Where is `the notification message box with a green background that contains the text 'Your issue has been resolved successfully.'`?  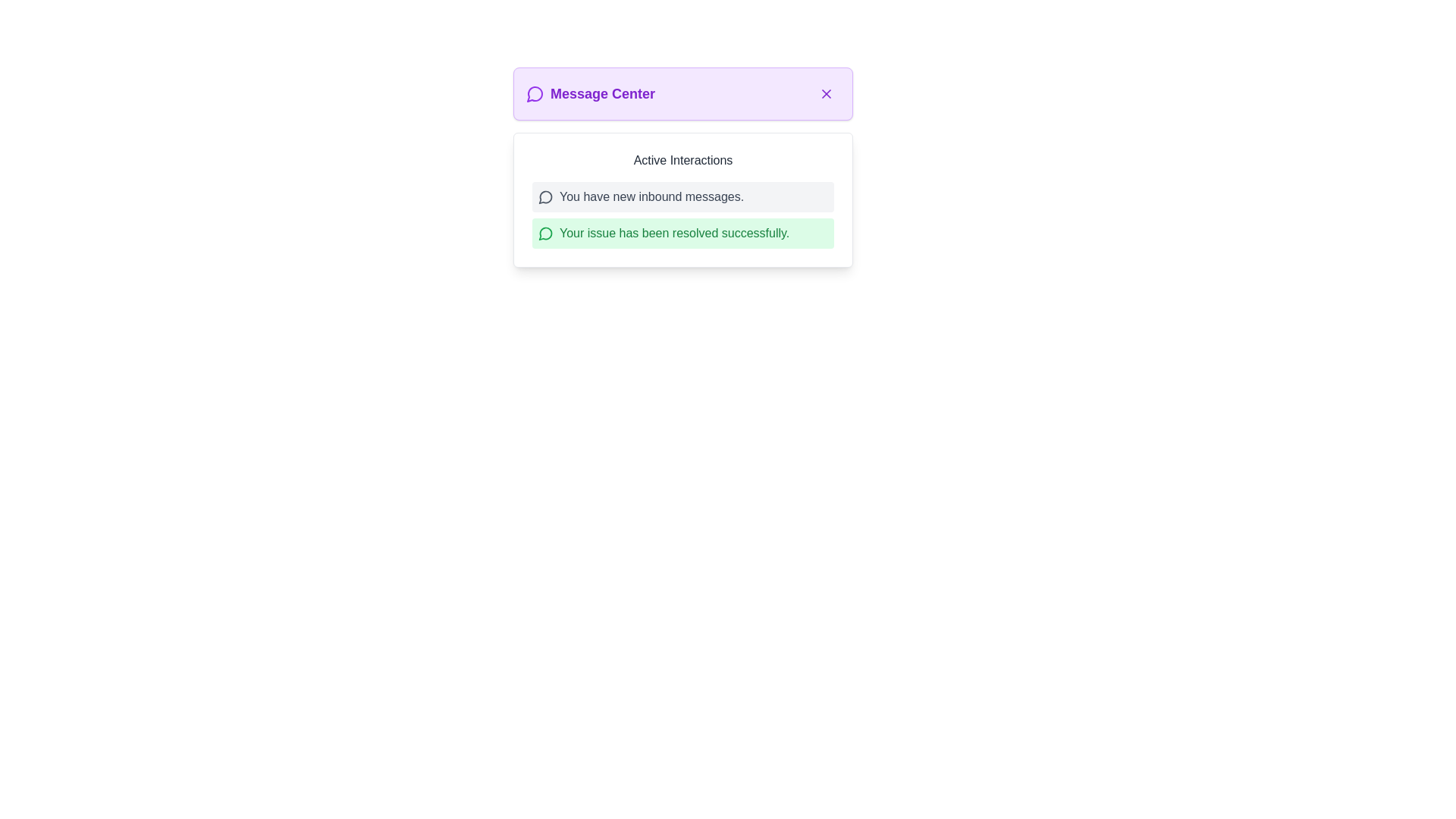
the notification message box with a green background that contains the text 'Your issue has been resolved successfully.' is located at coordinates (682, 234).